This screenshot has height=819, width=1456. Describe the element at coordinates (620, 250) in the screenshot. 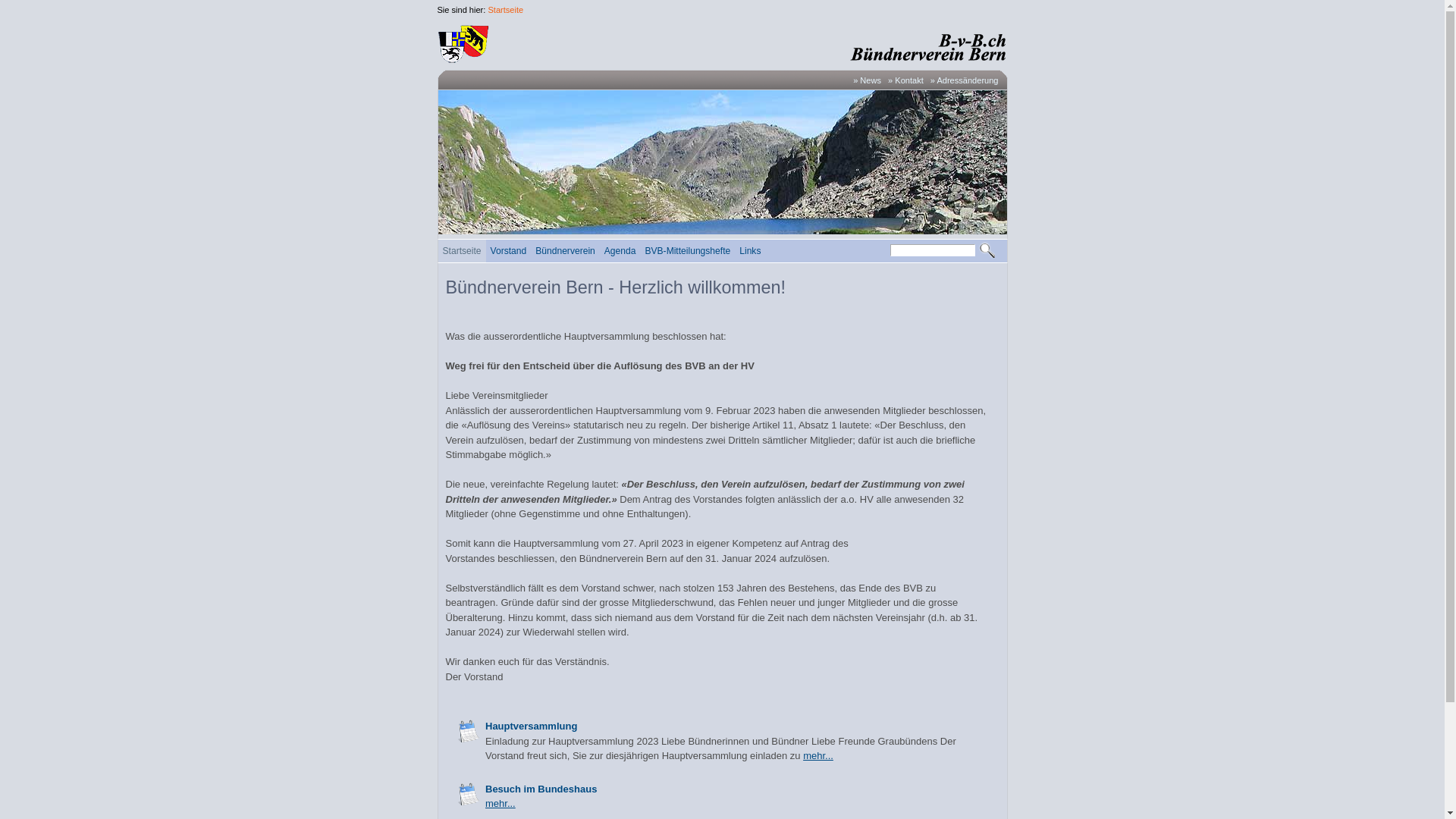

I see `'Agenda'` at that location.